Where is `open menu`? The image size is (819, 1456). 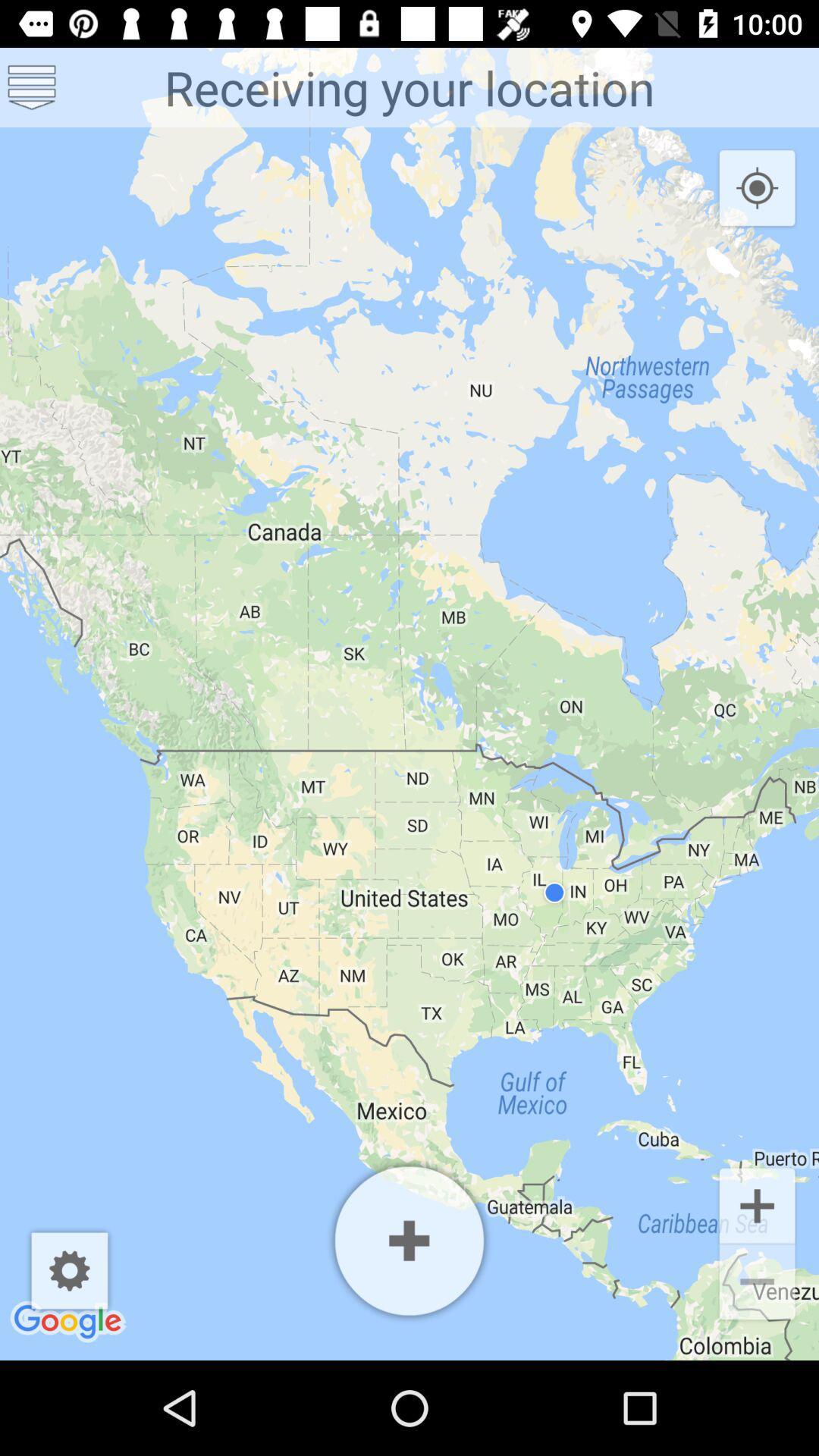
open menu is located at coordinates (32, 86).